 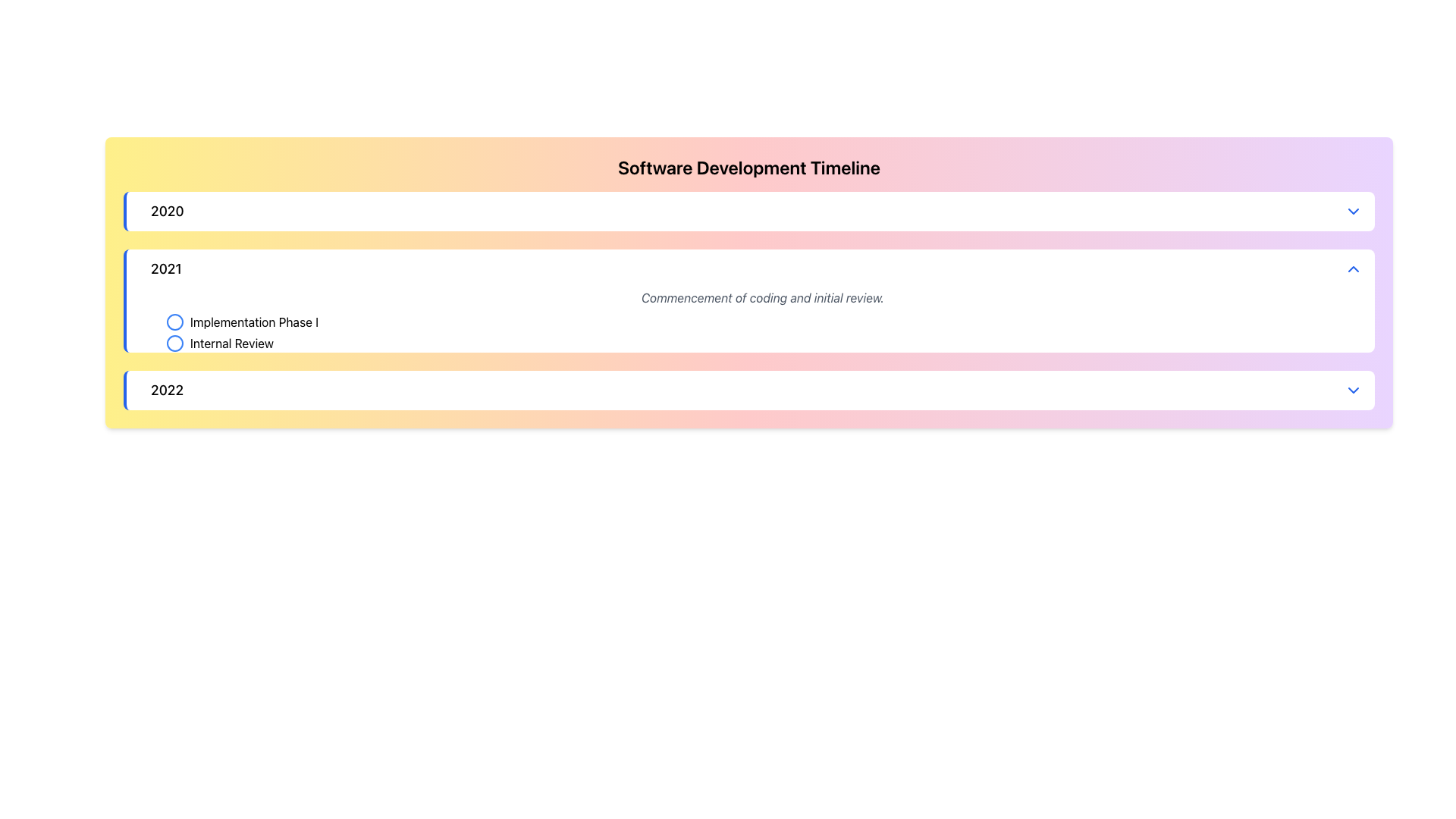 I want to click on the Circle graphic representing the unfinished state in the timeline entry beneath 'Implementation Phase I' in the '2021' section, so click(x=174, y=321).